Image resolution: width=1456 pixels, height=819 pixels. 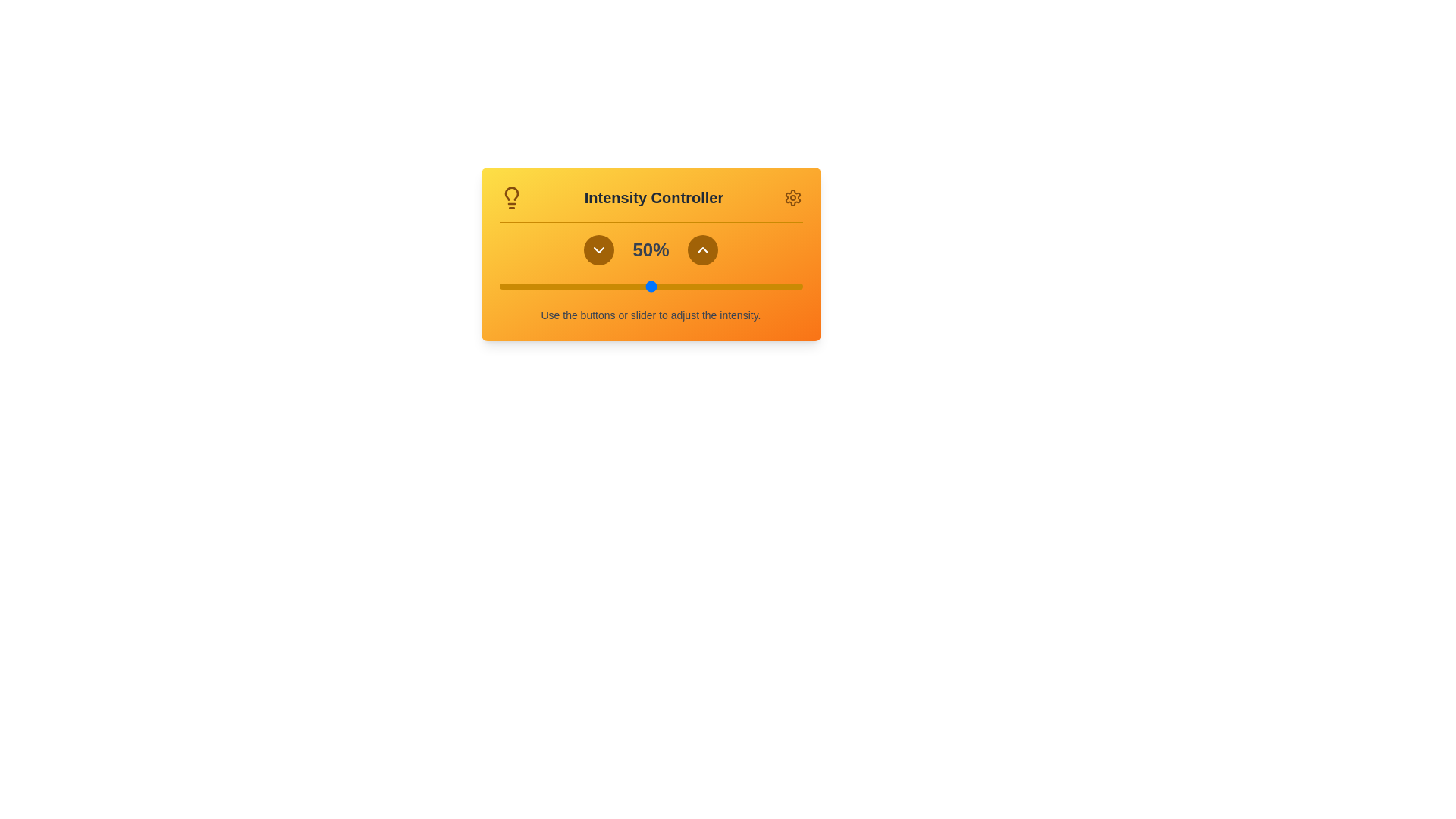 I want to click on the intensity, so click(x=617, y=287).